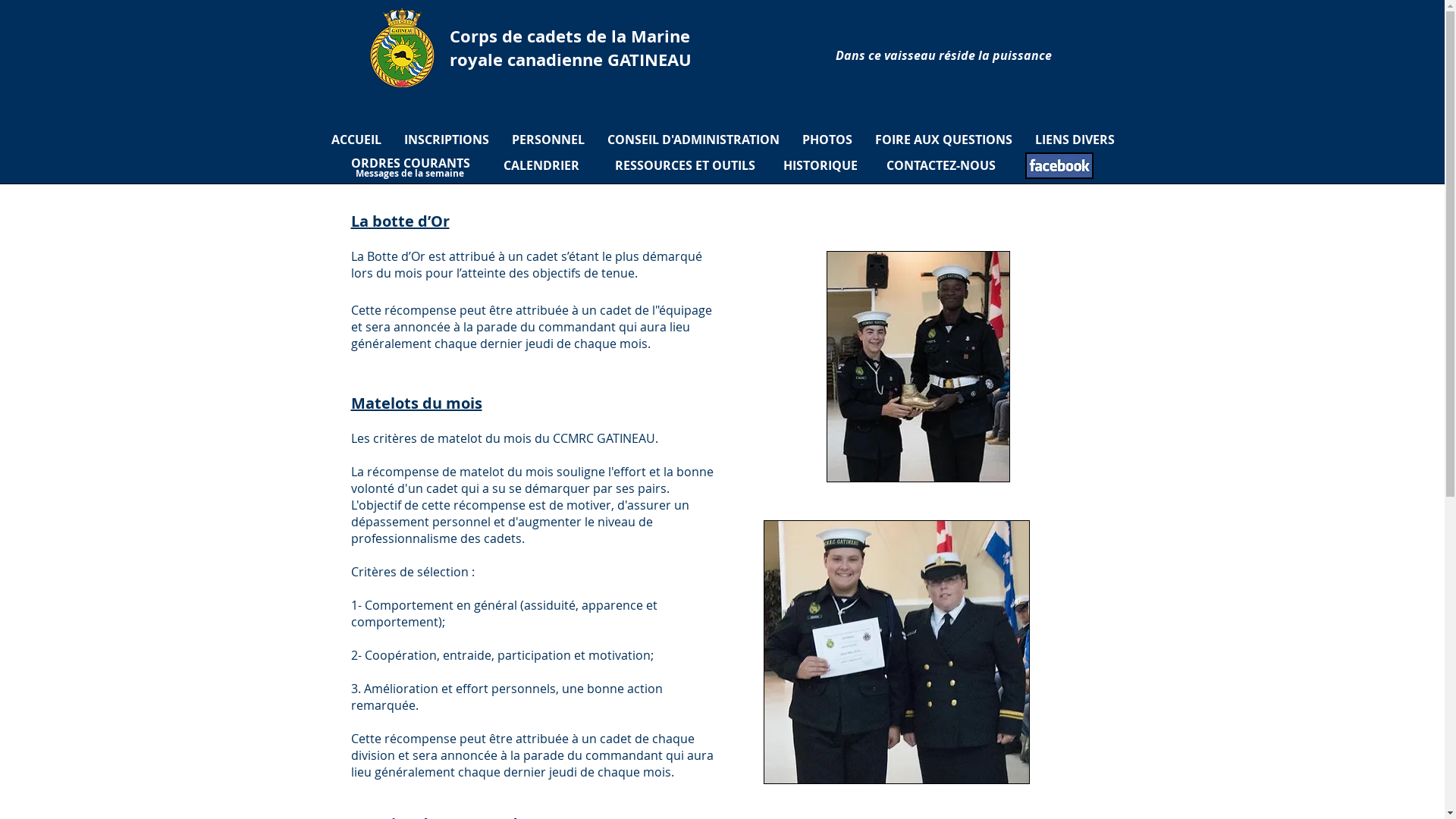 The image size is (1456, 819). What do you see at coordinates (446, 140) in the screenshot?
I see `'INSCRIPTIONS'` at bounding box center [446, 140].